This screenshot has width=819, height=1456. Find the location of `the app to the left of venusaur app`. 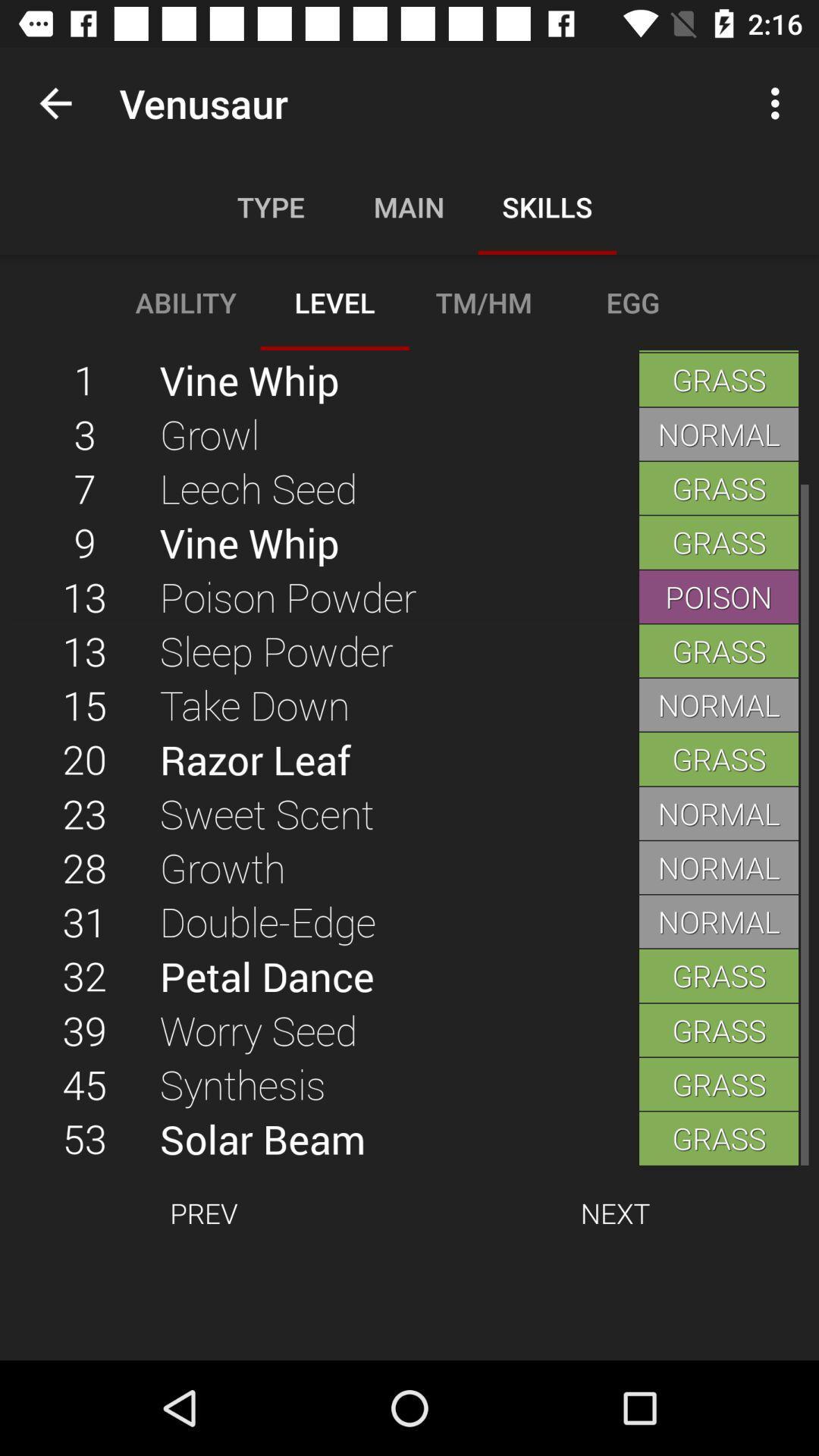

the app to the left of venusaur app is located at coordinates (55, 102).